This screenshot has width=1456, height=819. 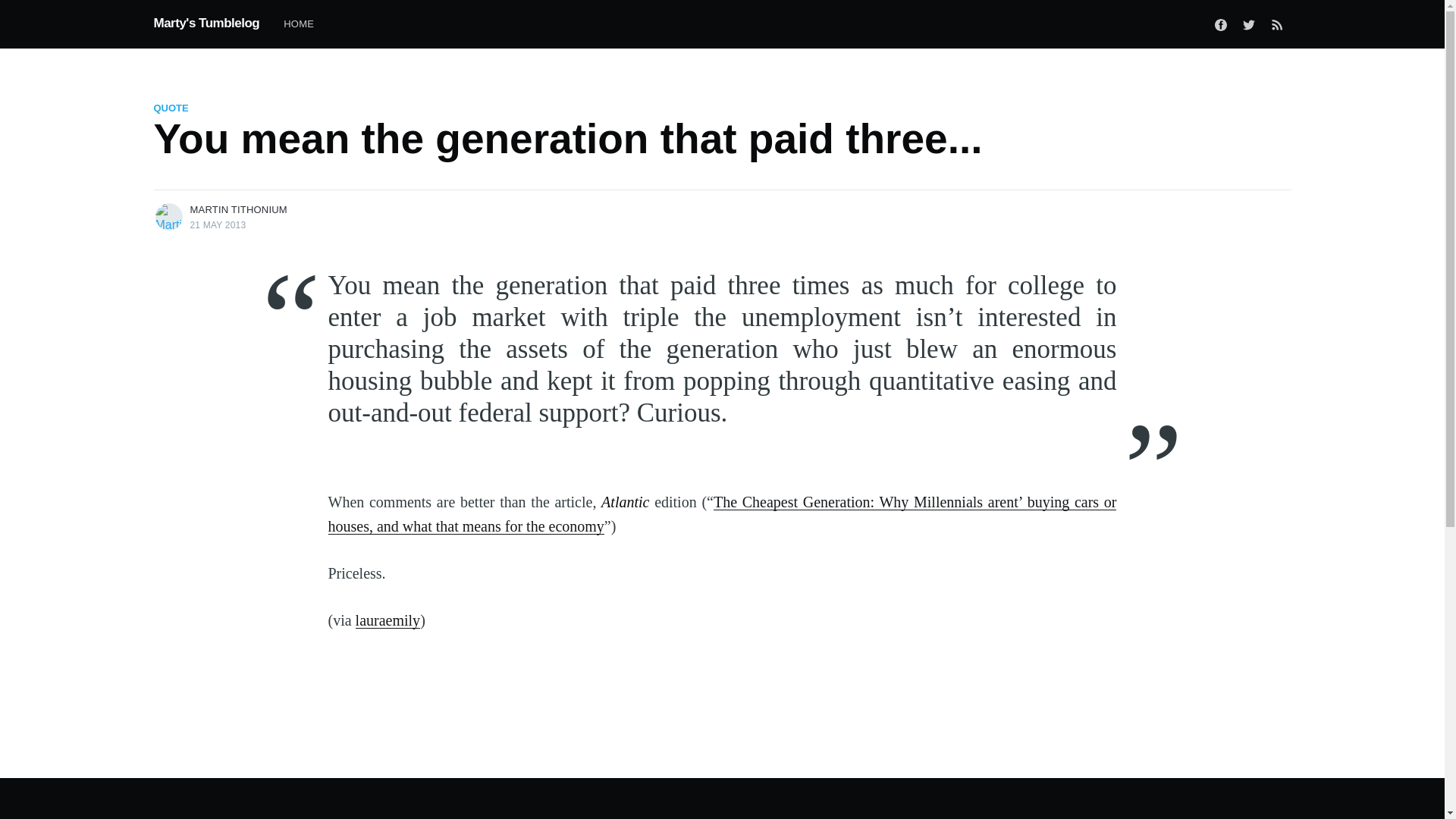 What do you see at coordinates (237, 209) in the screenshot?
I see `'MARTIN TITHONIUM'` at bounding box center [237, 209].